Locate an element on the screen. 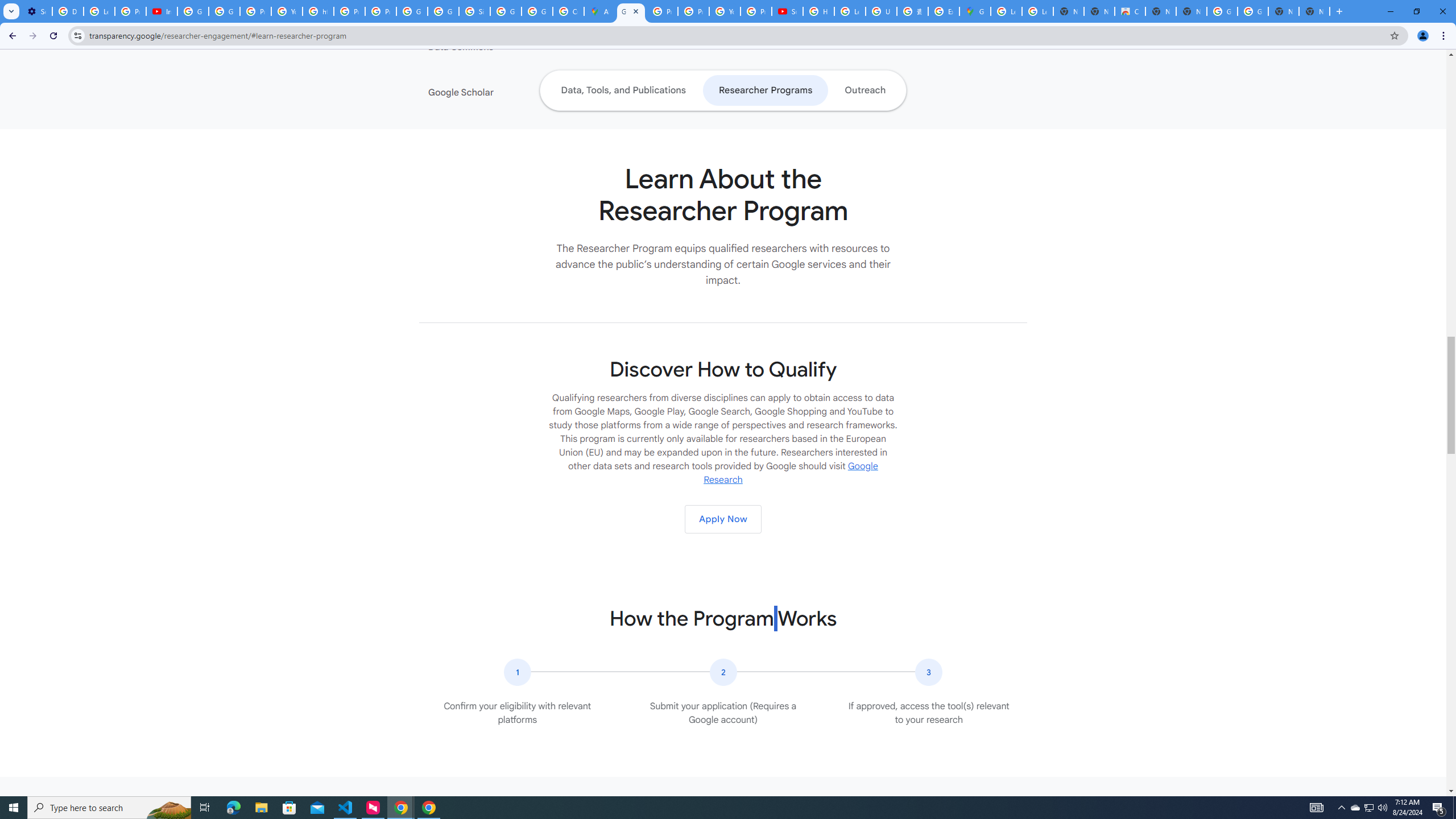 This screenshot has width=1456, height=819. 'Outreach' is located at coordinates (864, 90).